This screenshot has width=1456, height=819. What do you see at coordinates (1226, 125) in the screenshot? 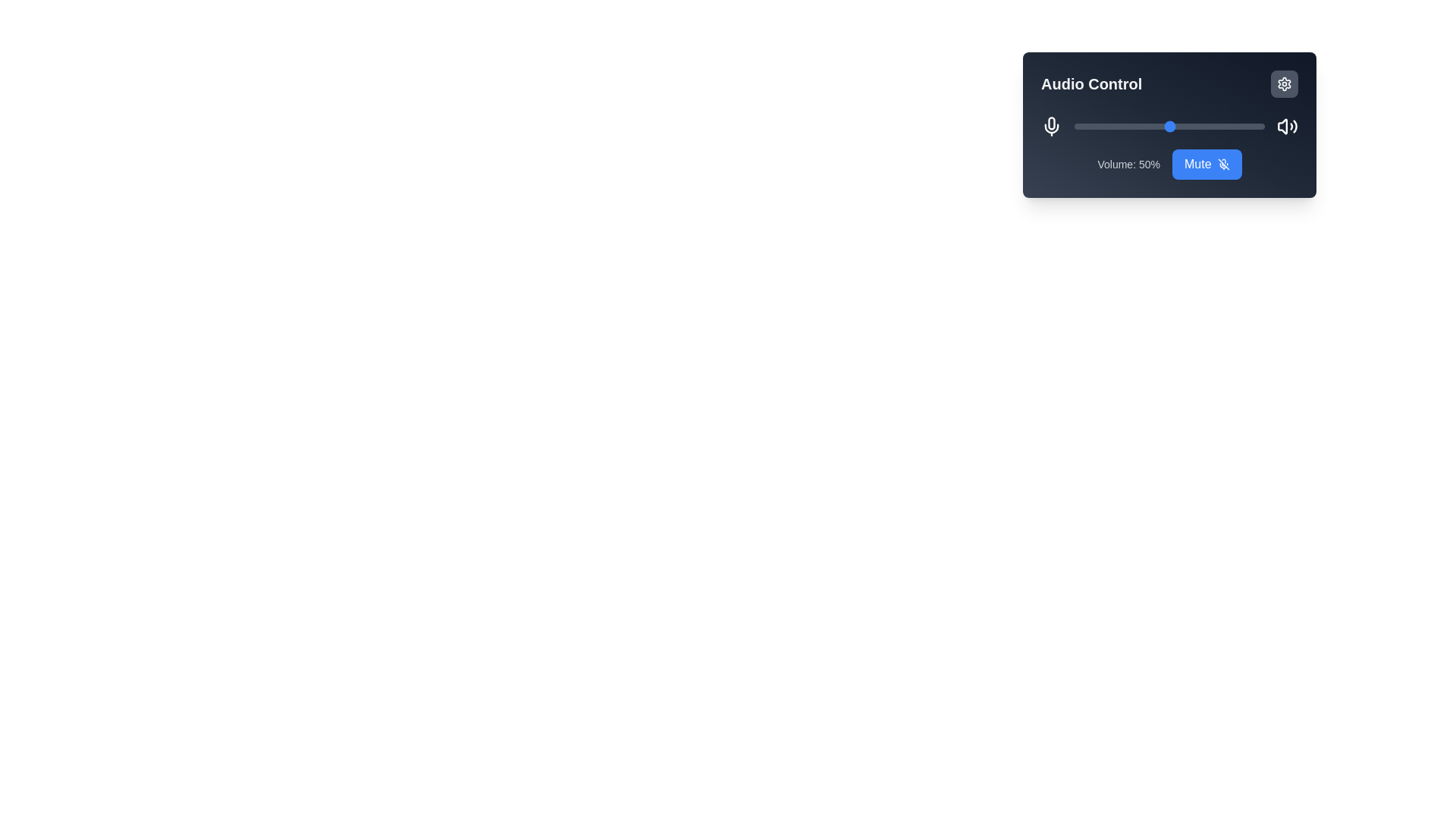
I see `the audio volume` at bounding box center [1226, 125].